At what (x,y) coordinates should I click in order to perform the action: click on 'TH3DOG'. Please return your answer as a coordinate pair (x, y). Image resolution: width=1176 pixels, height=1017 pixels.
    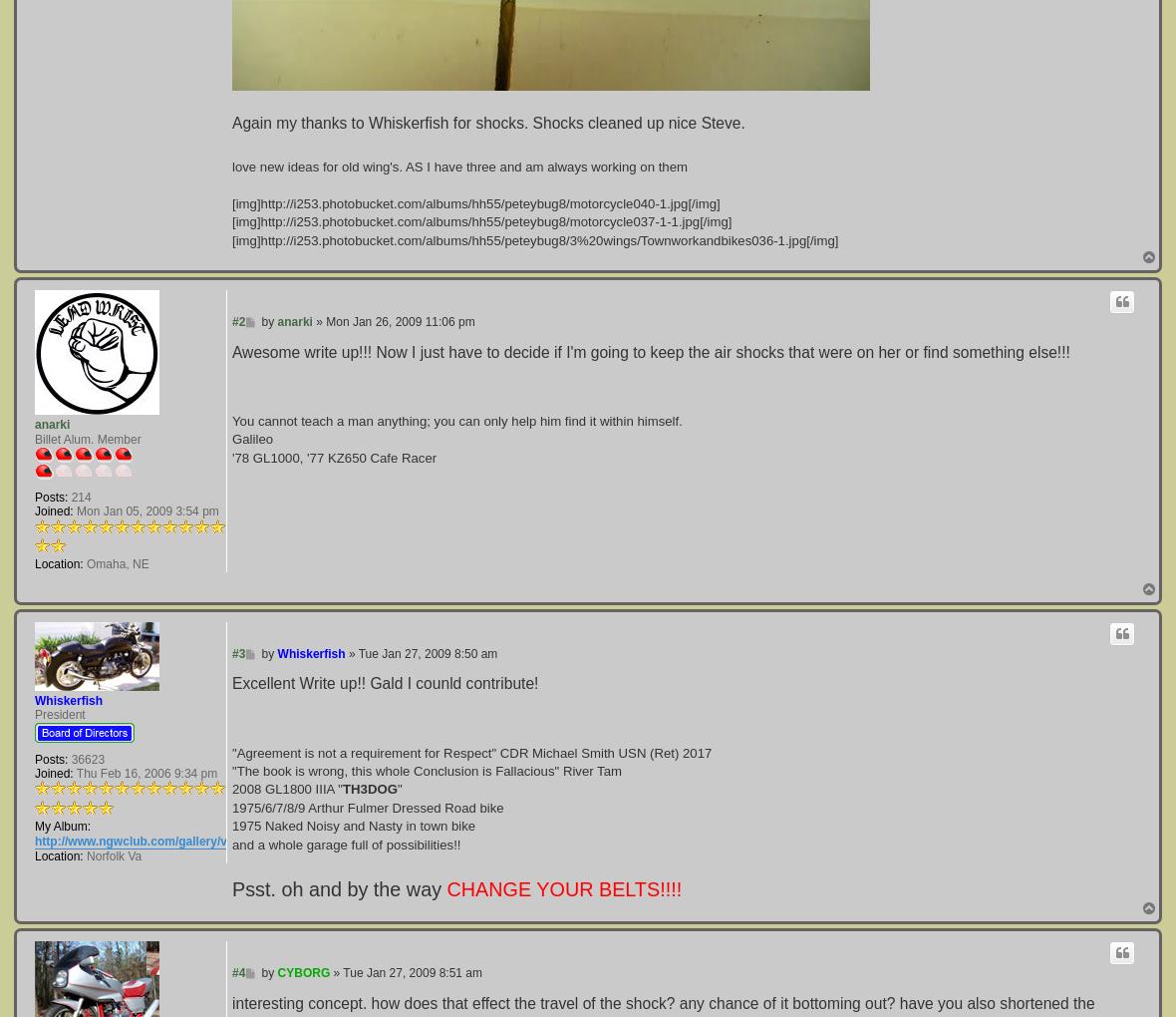
    Looking at the image, I should click on (341, 788).